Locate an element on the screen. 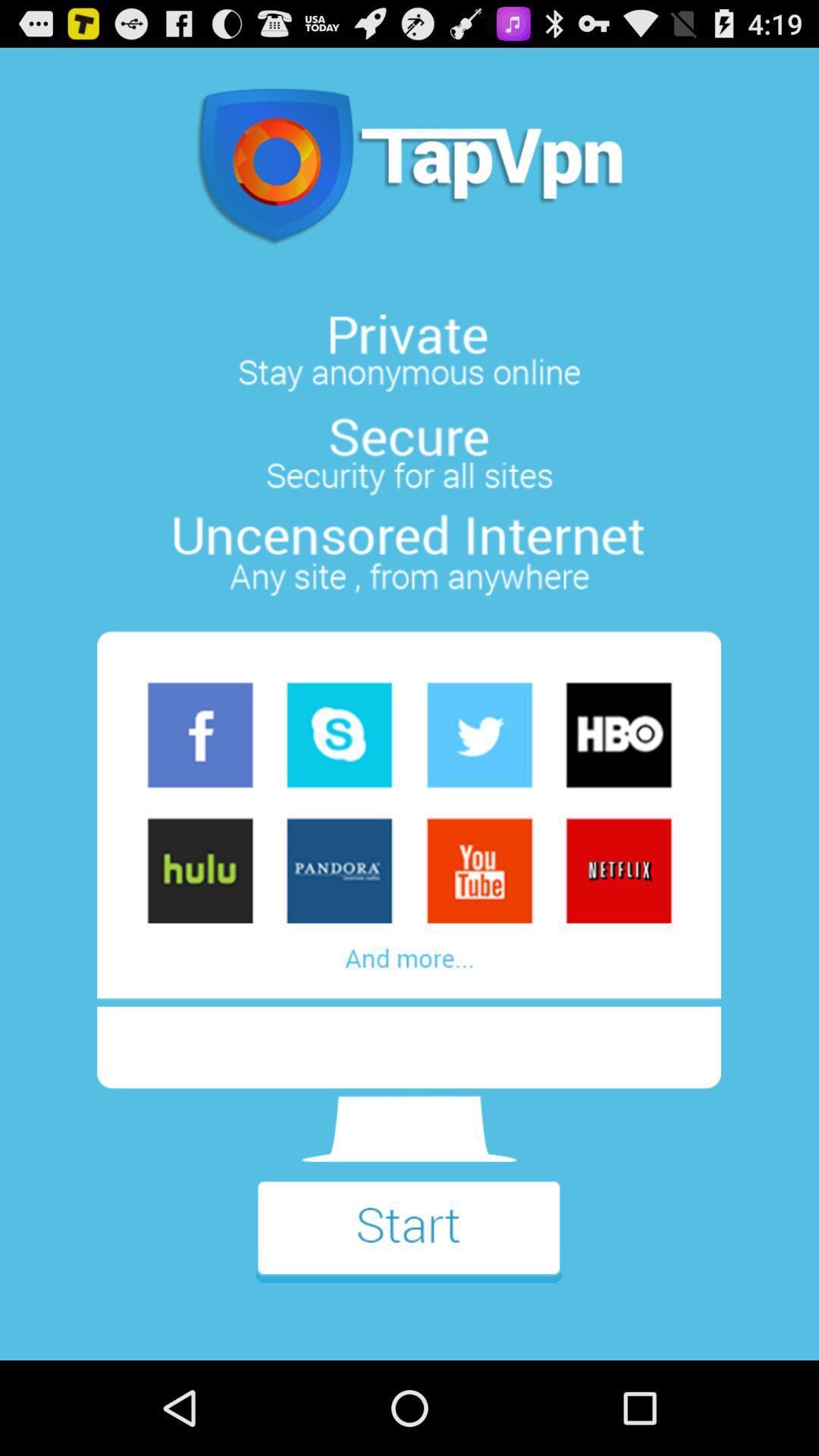  for start vpn is located at coordinates (408, 1241).